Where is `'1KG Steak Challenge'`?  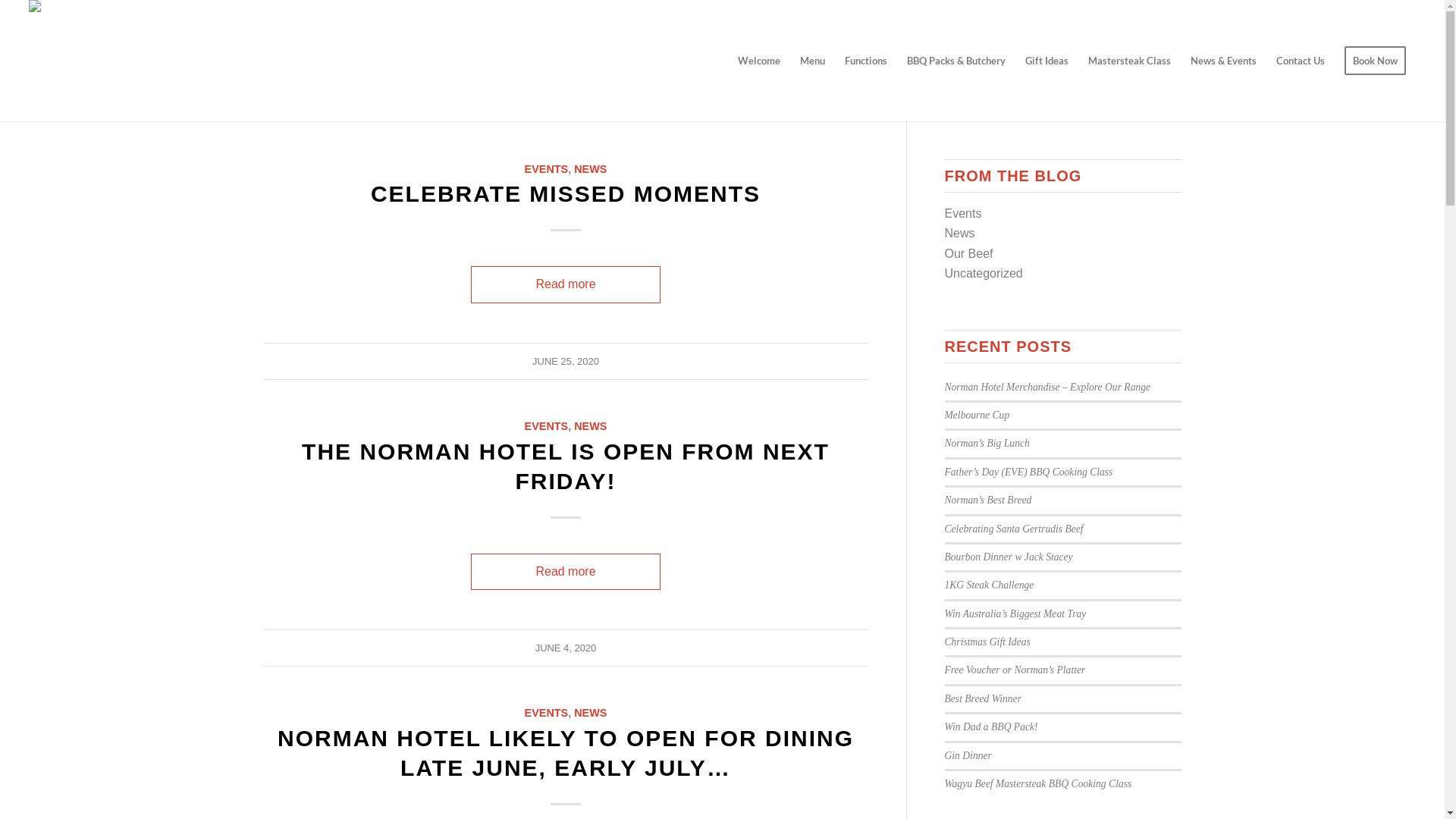 '1KG Steak Challenge' is located at coordinates (990, 584).